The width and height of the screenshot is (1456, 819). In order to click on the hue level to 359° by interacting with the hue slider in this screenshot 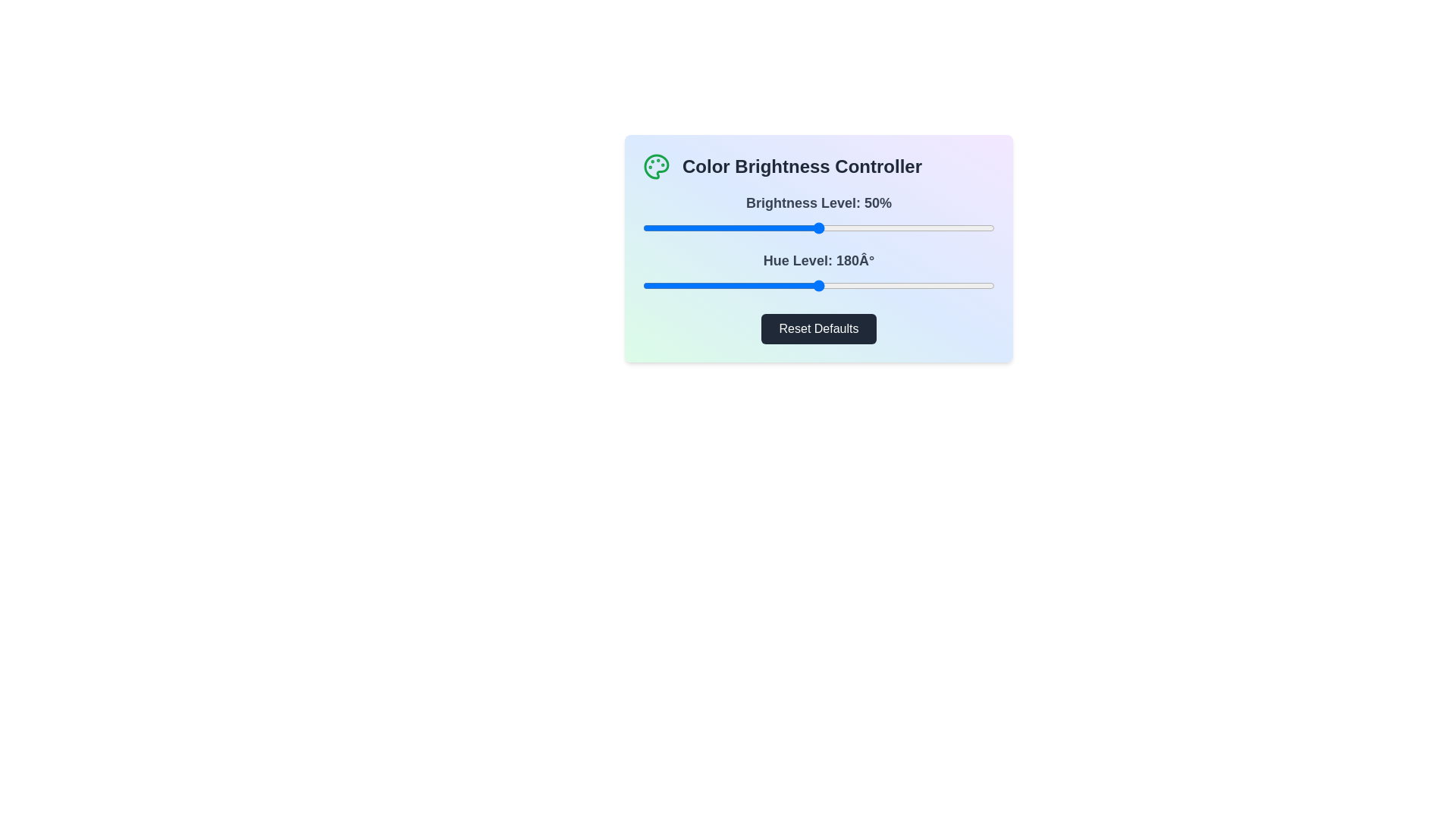, I will do `click(993, 286)`.